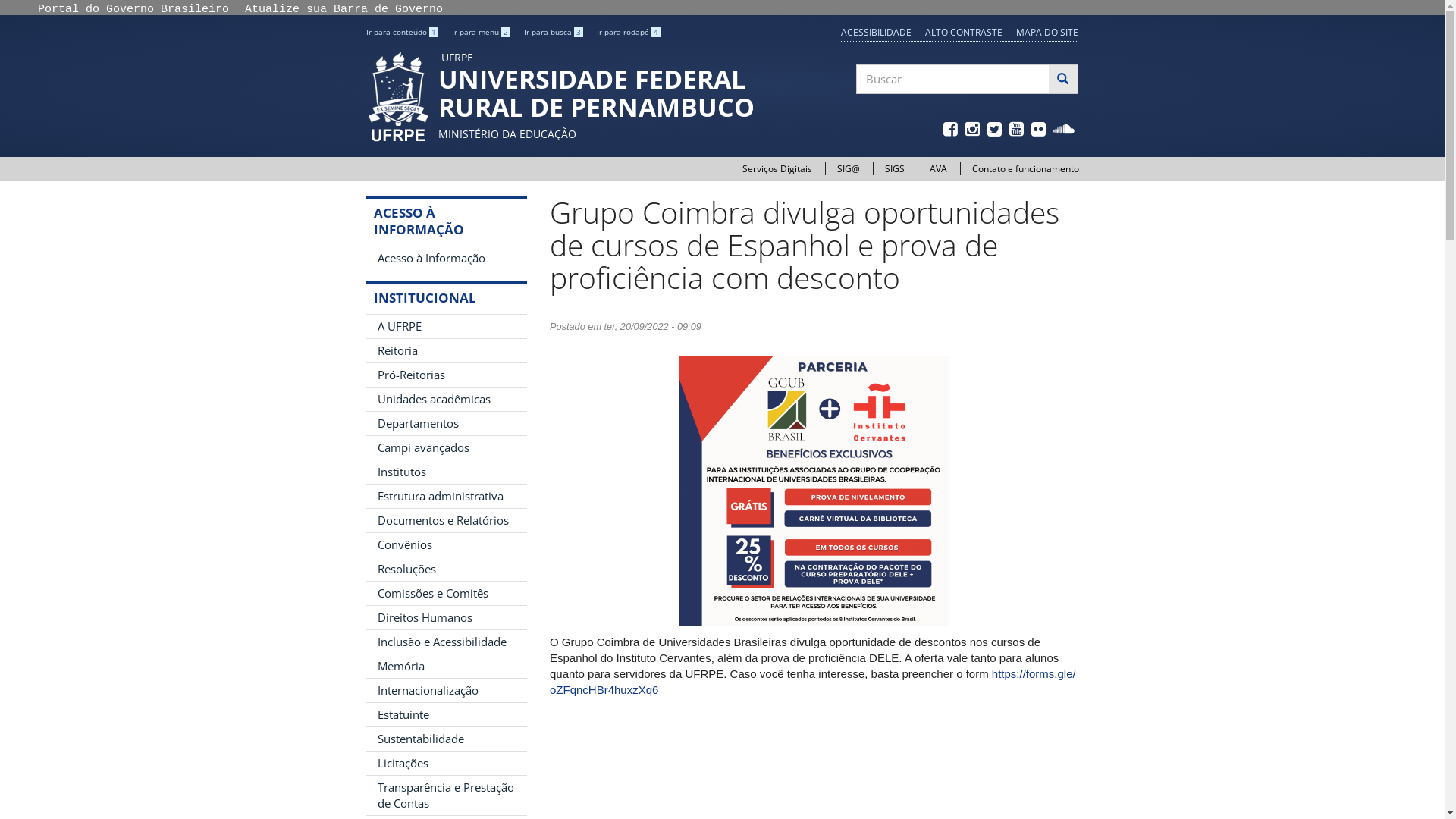 Image resolution: width=1456 pixels, height=819 pixels. Describe the element at coordinates (1065, 130) in the screenshot. I see `' '` at that location.